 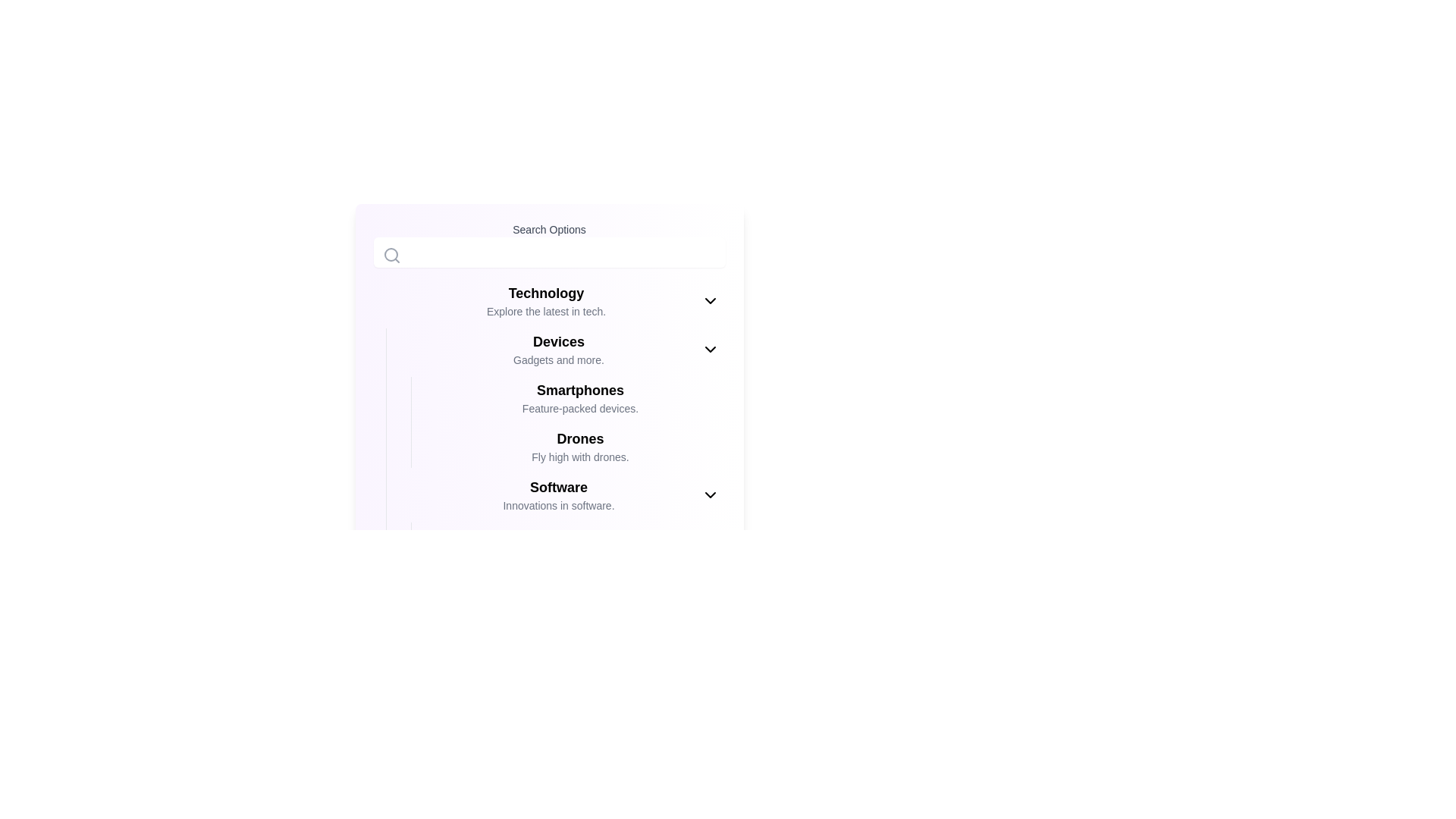 What do you see at coordinates (560, 397) in the screenshot?
I see `the list item labeled 'Smartphones' which includes the description 'Feature-packed devices.' This item is the second sub-item under the 'Devices' category` at bounding box center [560, 397].